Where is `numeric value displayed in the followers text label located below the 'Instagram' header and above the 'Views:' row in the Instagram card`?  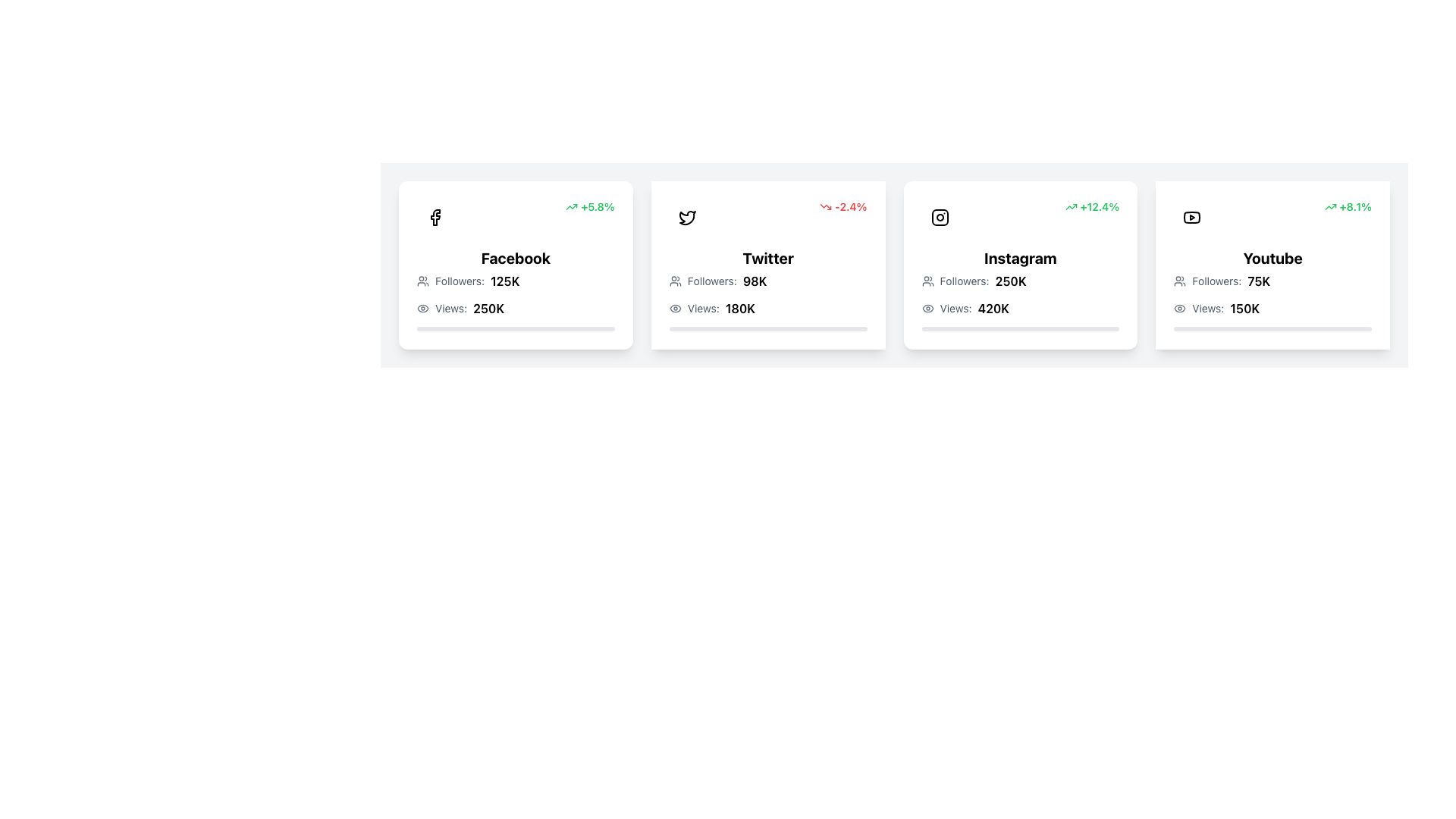 numeric value displayed in the followers text label located below the 'Instagram' header and above the 'Views:' row in the Instagram card is located at coordinates (1011, 281).